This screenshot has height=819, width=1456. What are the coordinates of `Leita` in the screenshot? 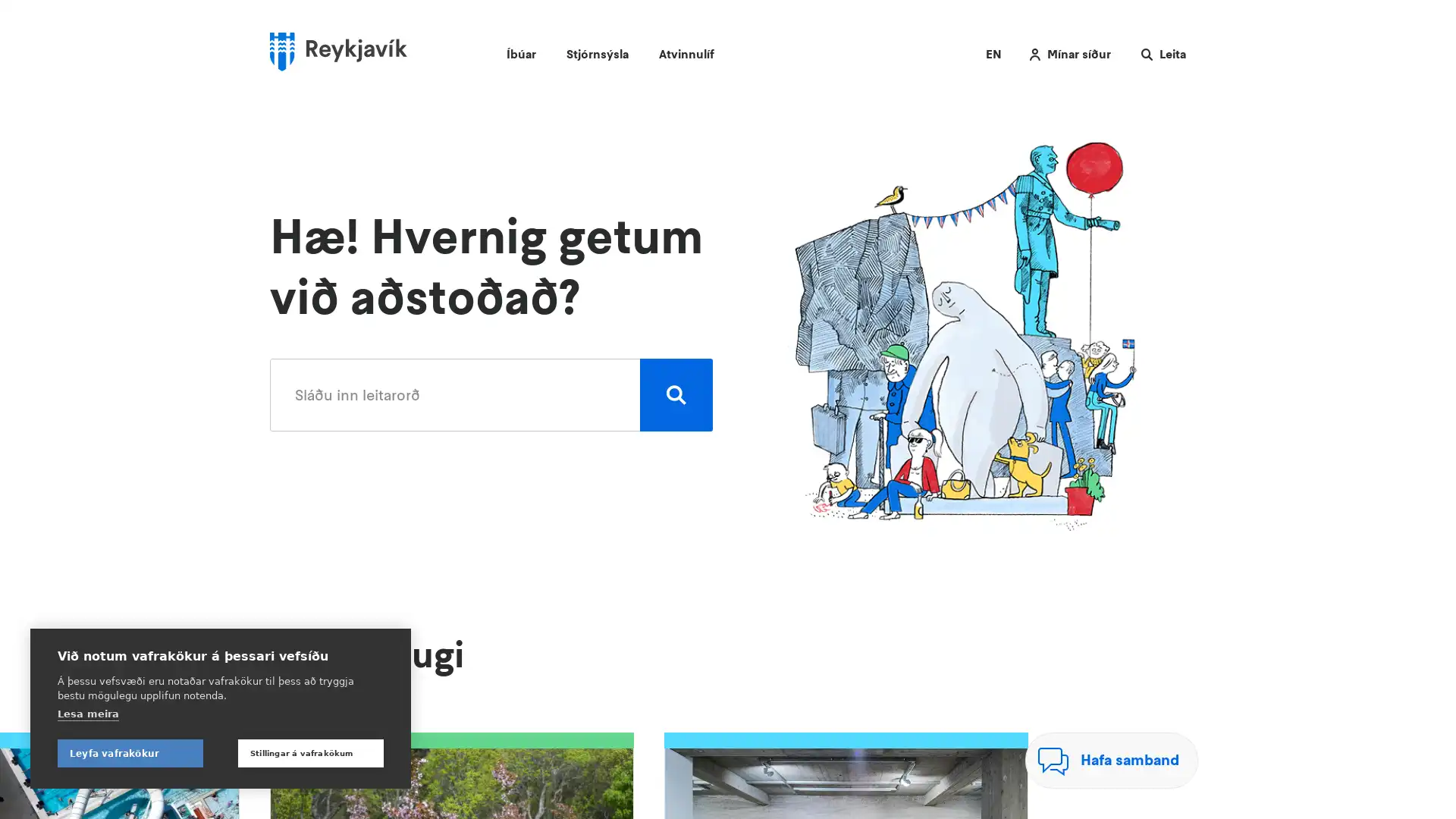 It's located at (676, 394).